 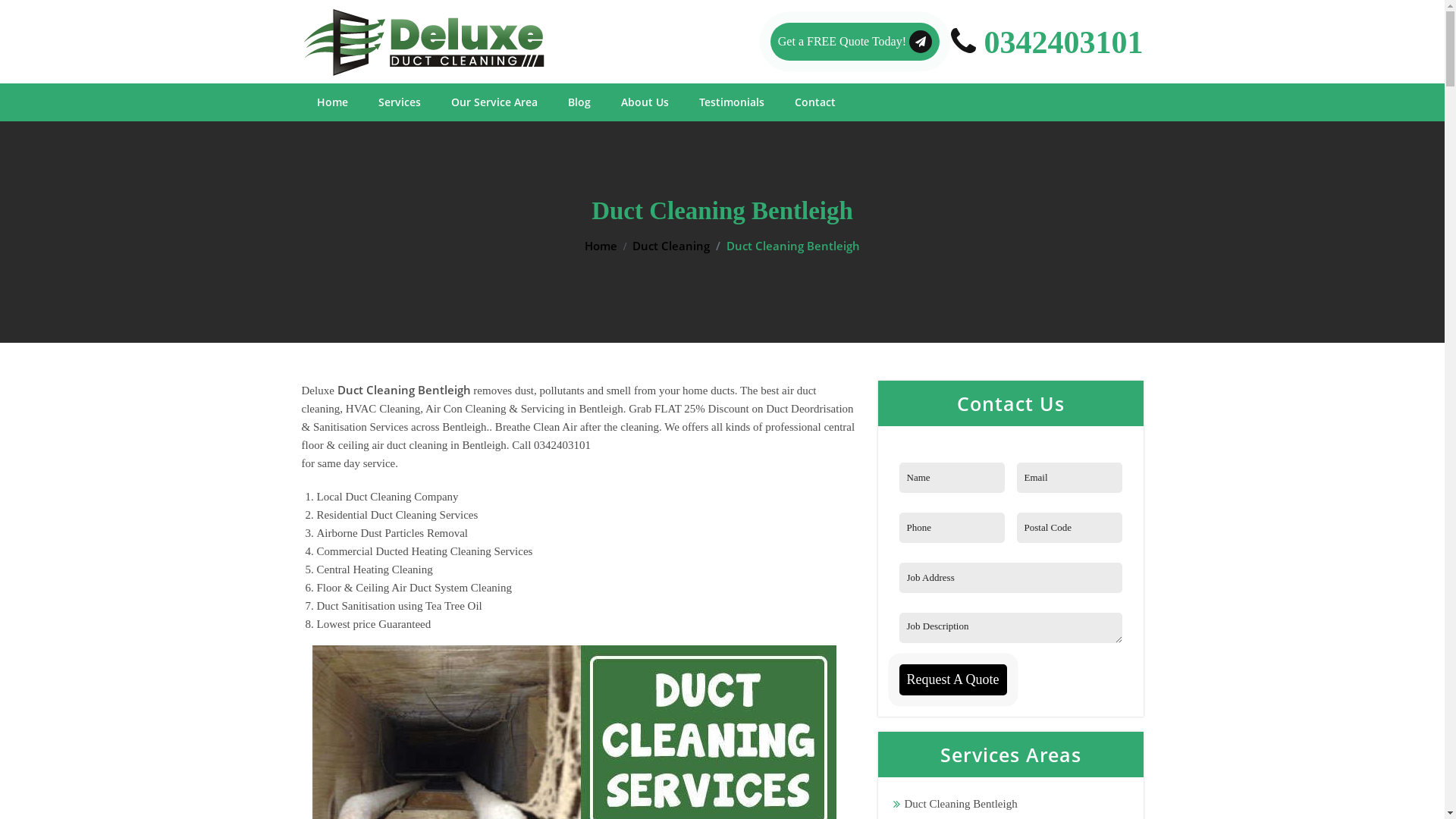 I want to click on 'Services', so click(x=399, y=102).